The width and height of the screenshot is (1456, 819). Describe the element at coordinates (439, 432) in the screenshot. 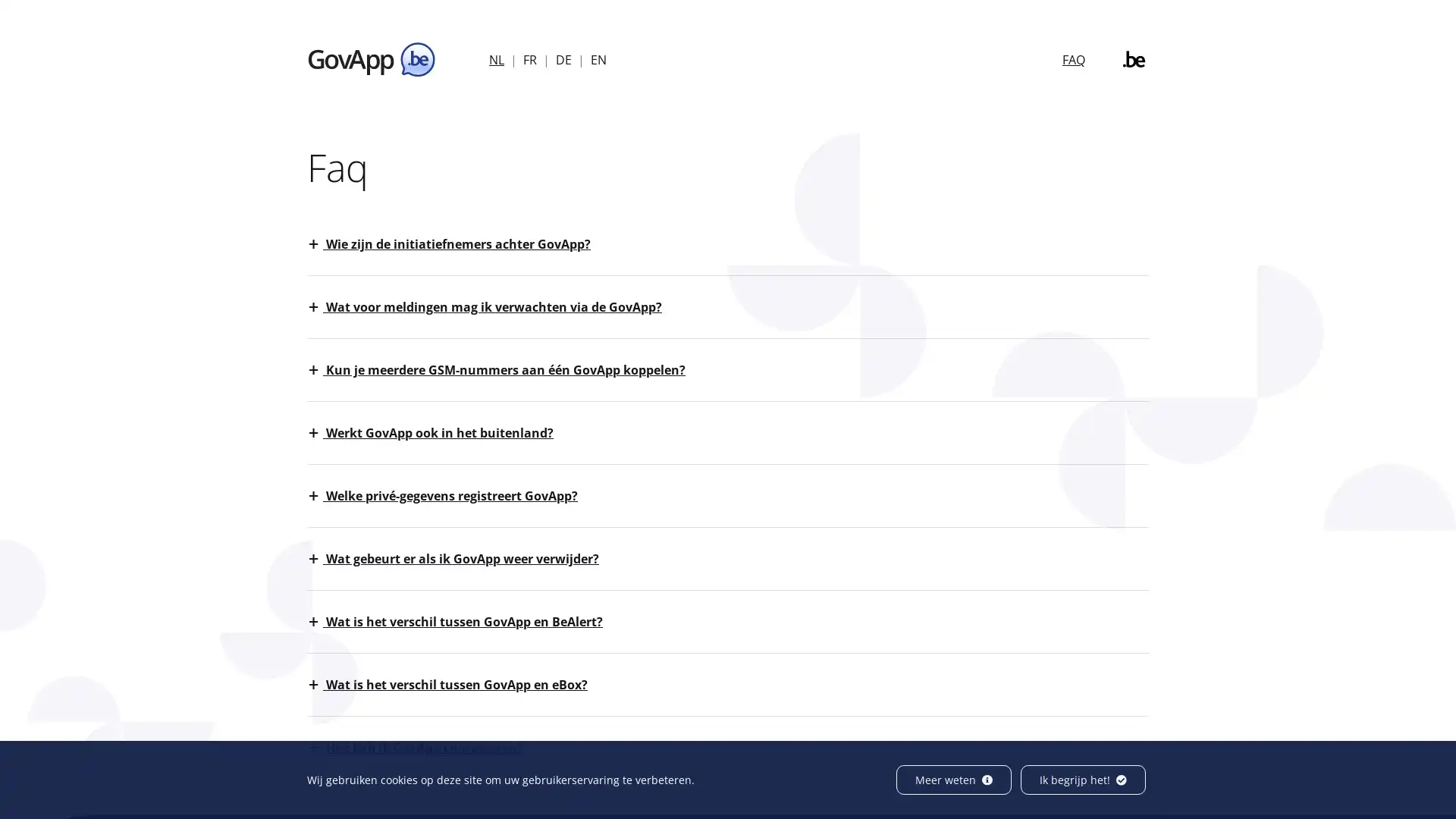

I see `+ Werkt GovApp ook in het buitenland?` at that location.